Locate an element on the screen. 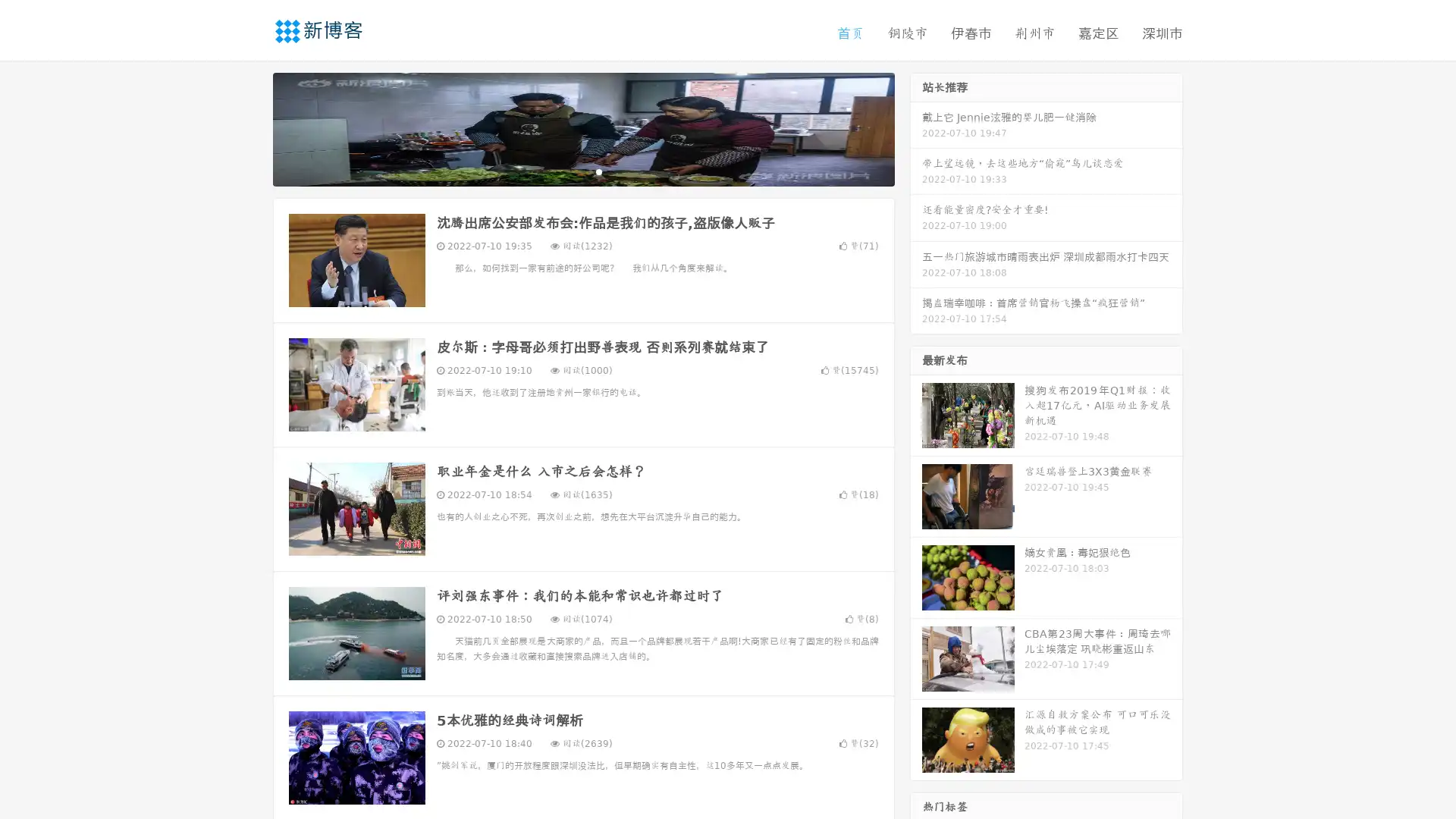  Go to slide 3 is located at coordinates (598, 171).